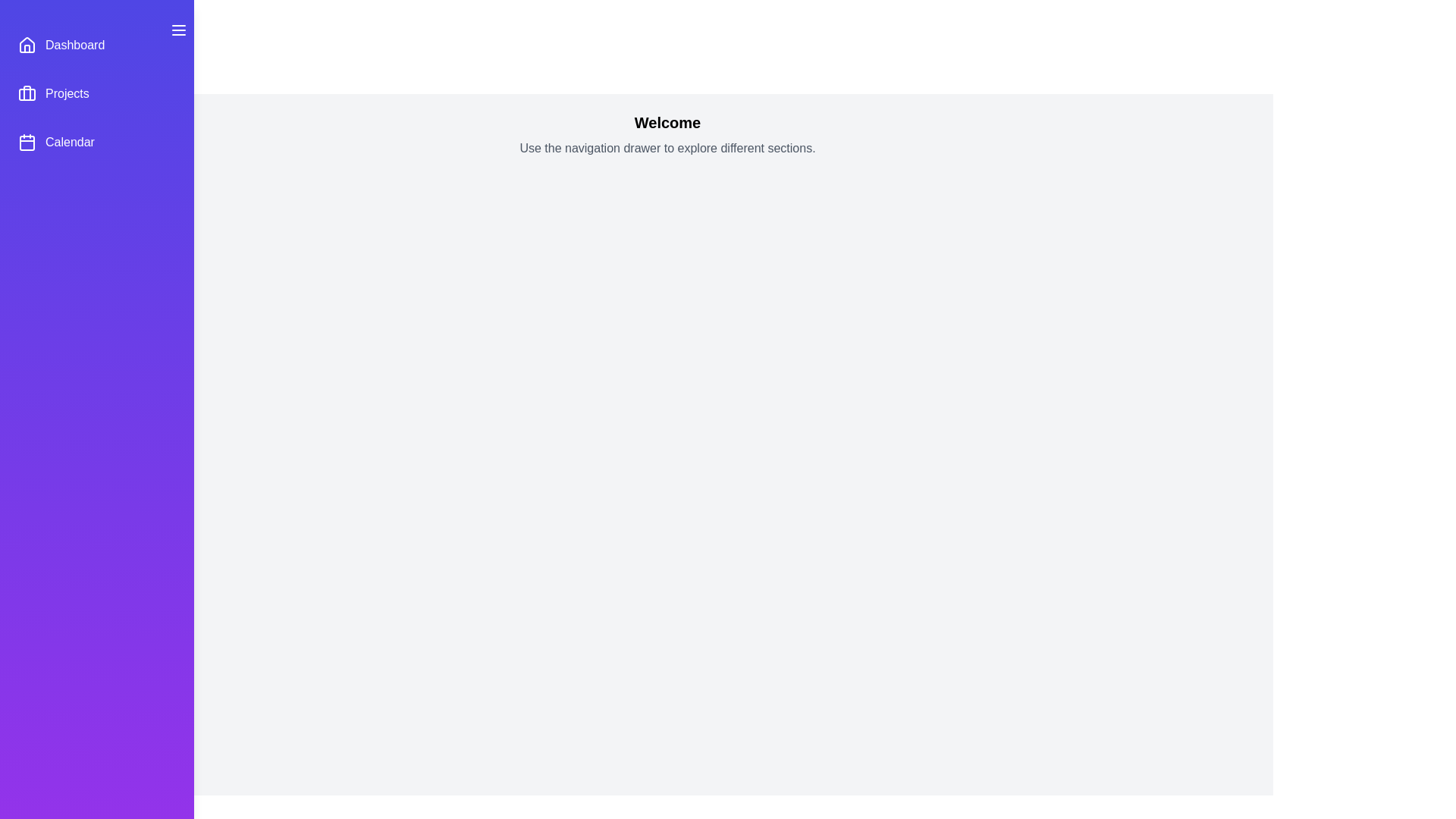 This screenshot has height=819, width=1456. What do you see at coordinates (96, 143) in the screenshot?
I see `the menu item Calendar from the drawer menu` at bounding box center [96, 143].